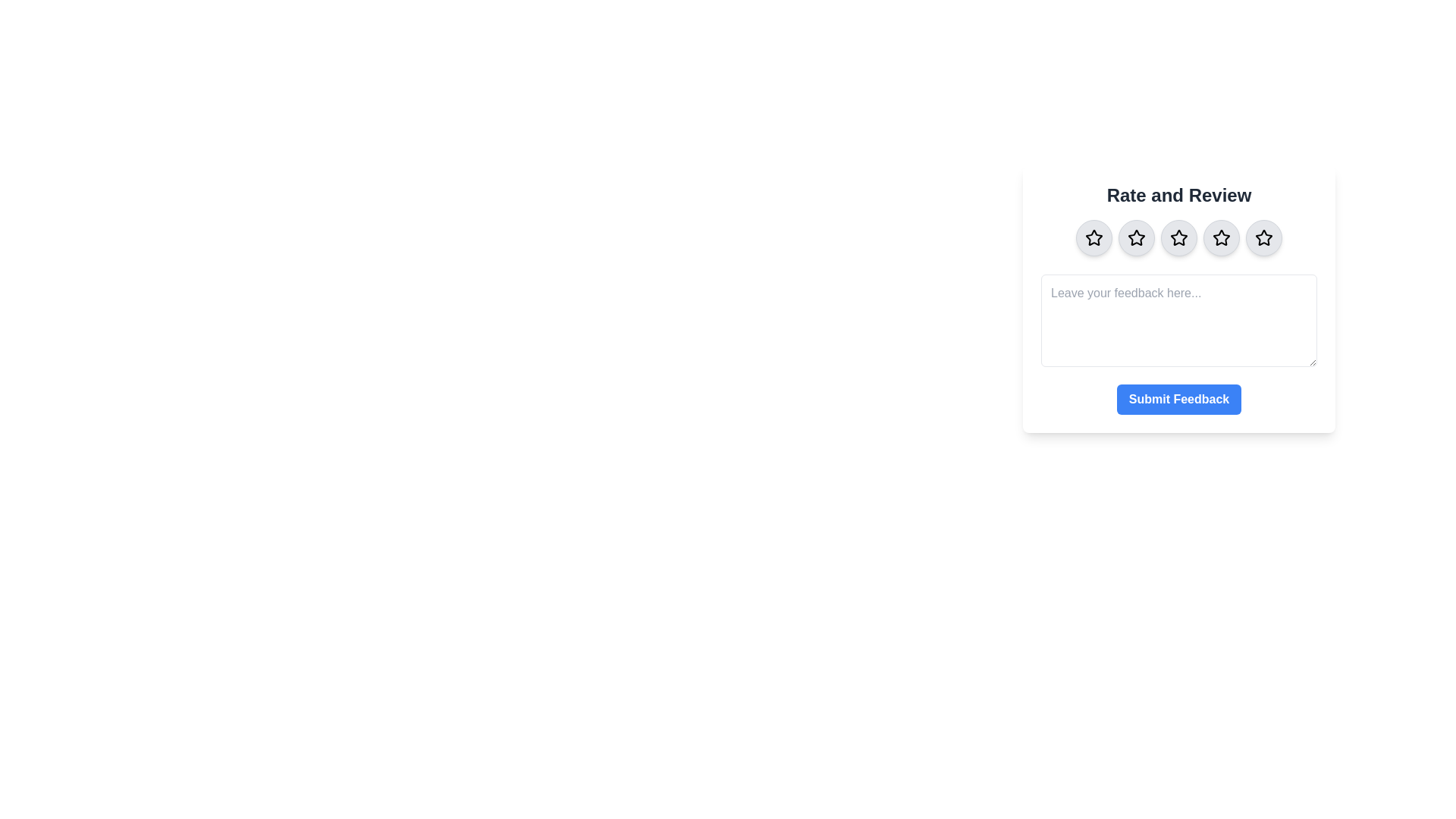 This screenshot has width=1456, height=819. What do you see at coordinates (1094, 237) in the screenshot?
I see `the first empty star-shaped rating icon in the row` at bounding box center [1094, 237].